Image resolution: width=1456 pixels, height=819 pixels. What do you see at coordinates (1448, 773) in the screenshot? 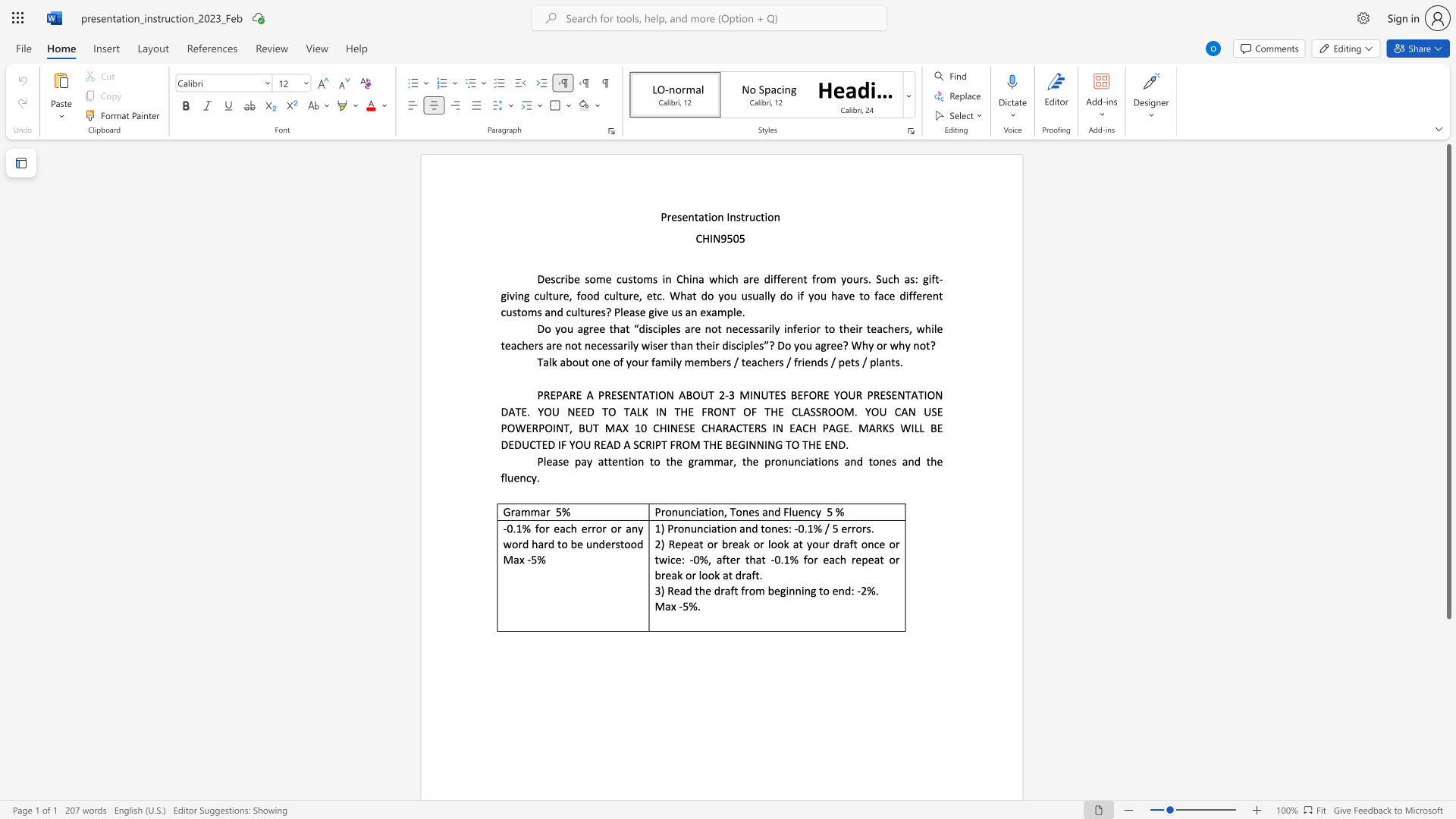
I see `the side scrollbar to bring the page down` at bounding box center [1448, 773].